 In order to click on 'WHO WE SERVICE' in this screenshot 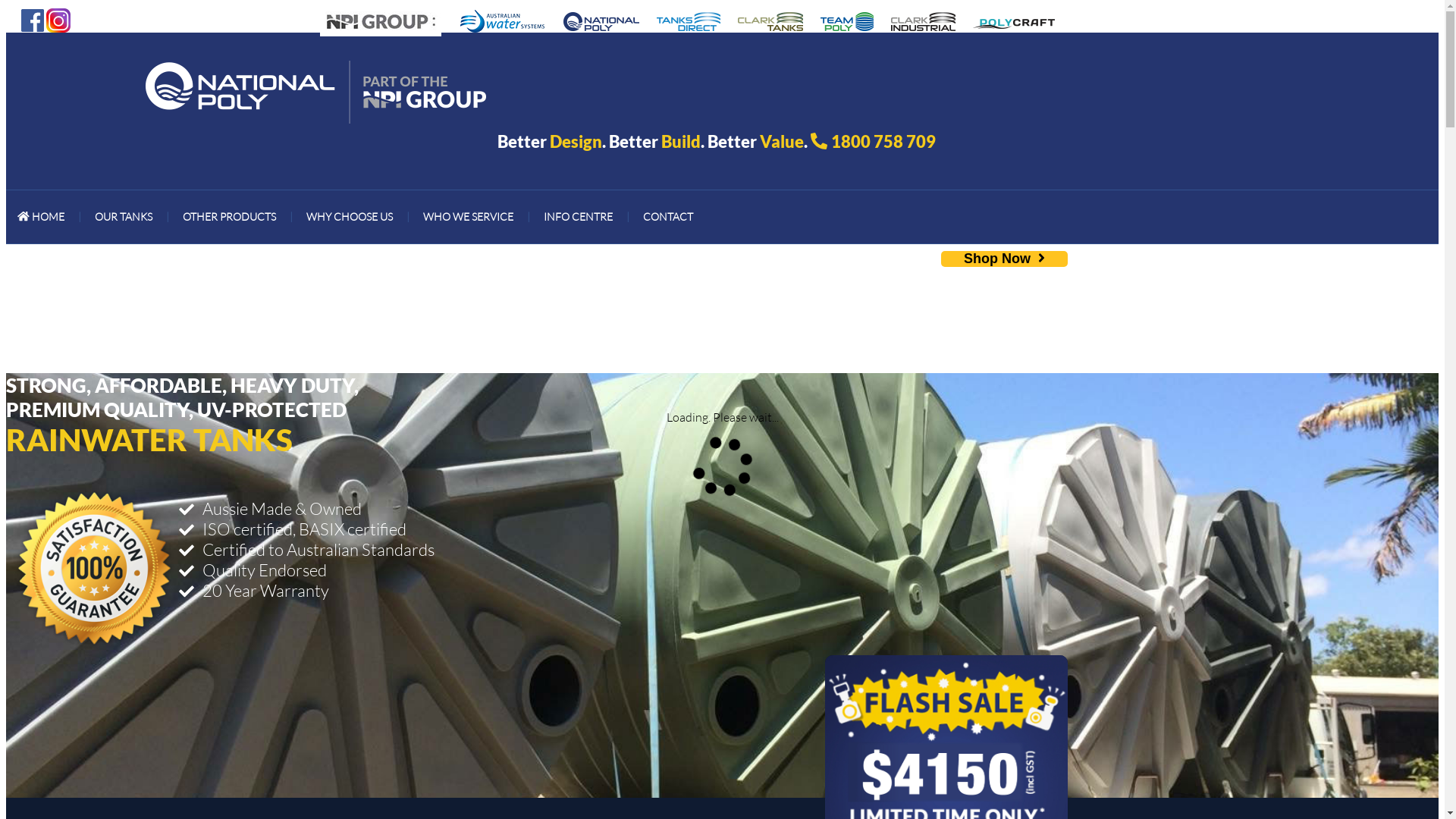, I will do `click(467, 216)`.